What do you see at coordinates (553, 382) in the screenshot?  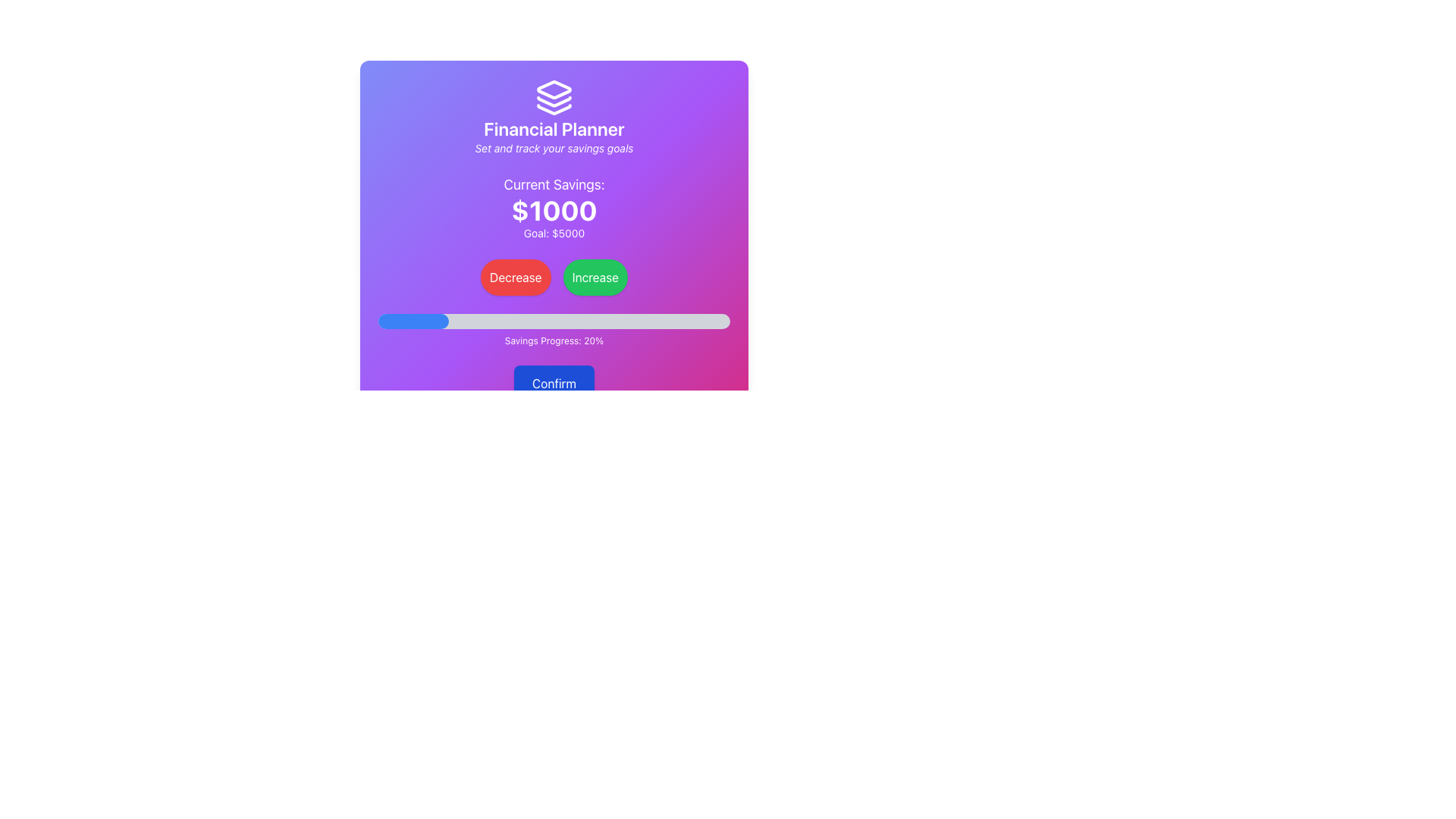 I see `the 'Confirm' button with a blue background and rounded rectangular shape` at bounding box center [553, 382].